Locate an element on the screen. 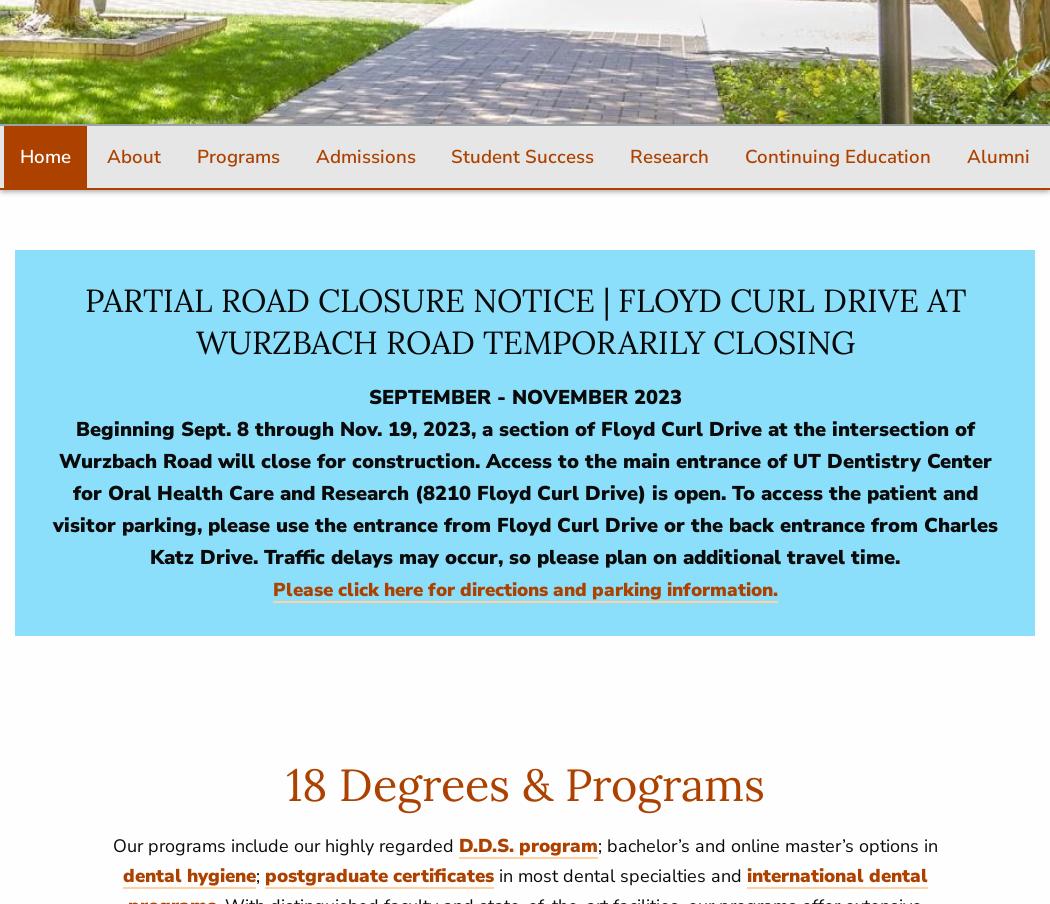  'dental hygiene' is located at coordinates (188, 874).